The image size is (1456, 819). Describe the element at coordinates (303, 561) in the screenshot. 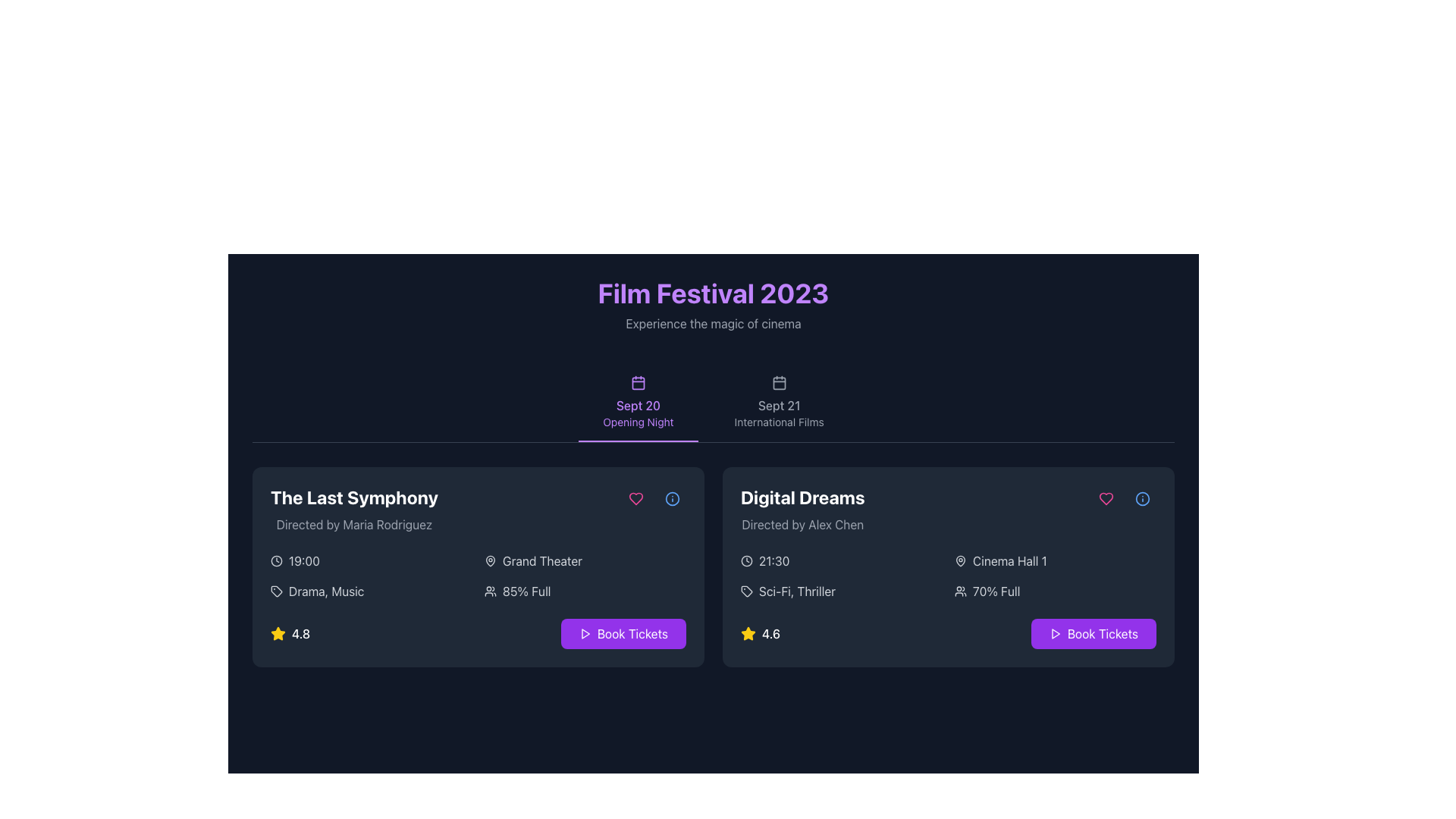

I see `text element displaying '19:00' which is located within a dark rectangular card, positioned to the left of 'Grand Theater' and beneath 'The Last Symphony'` at that location.